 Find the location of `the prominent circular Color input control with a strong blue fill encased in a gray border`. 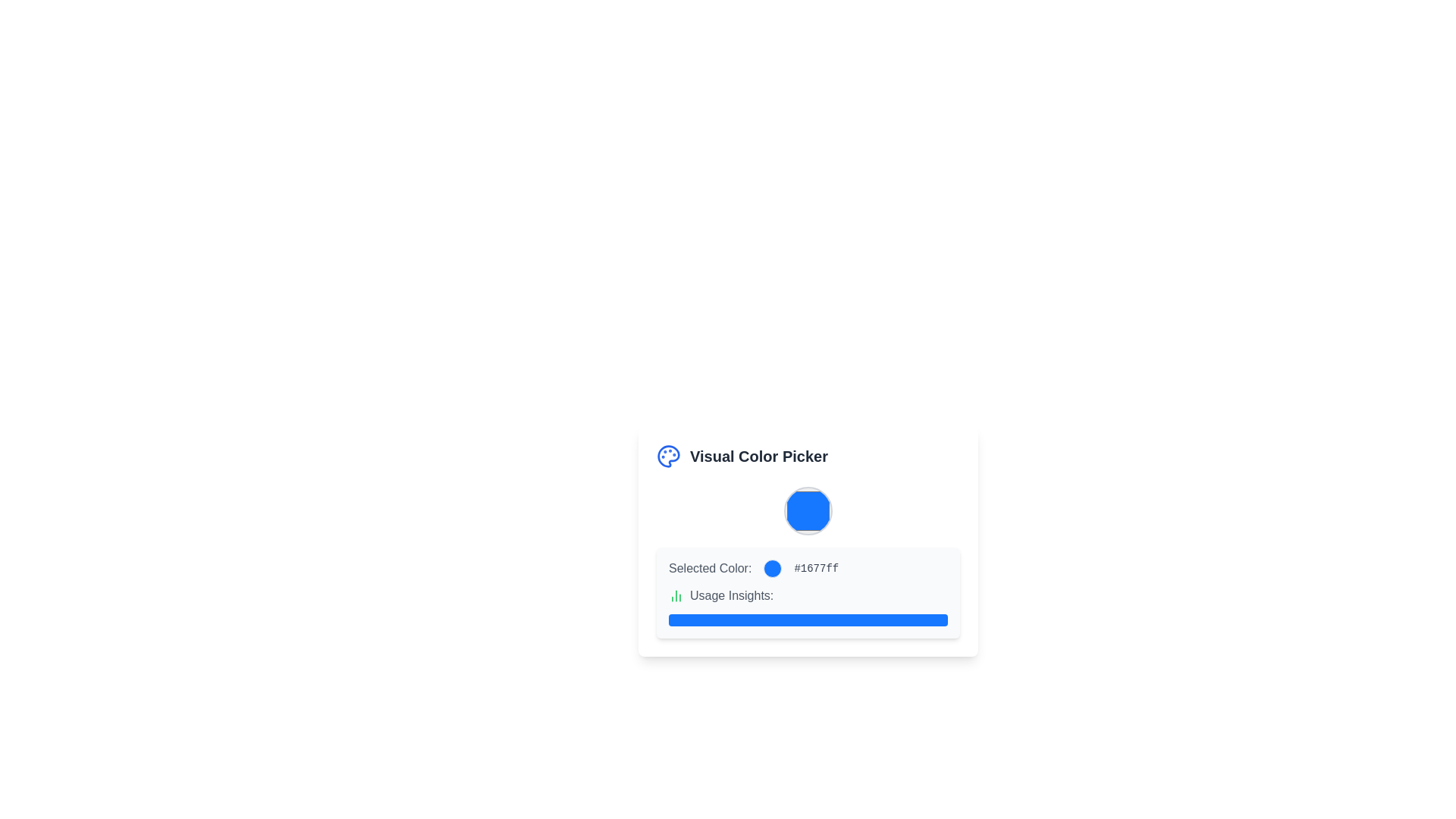

the prominent circular Color input control with a strong blue fill encased in a gray border is located at coordinates (807, 511).